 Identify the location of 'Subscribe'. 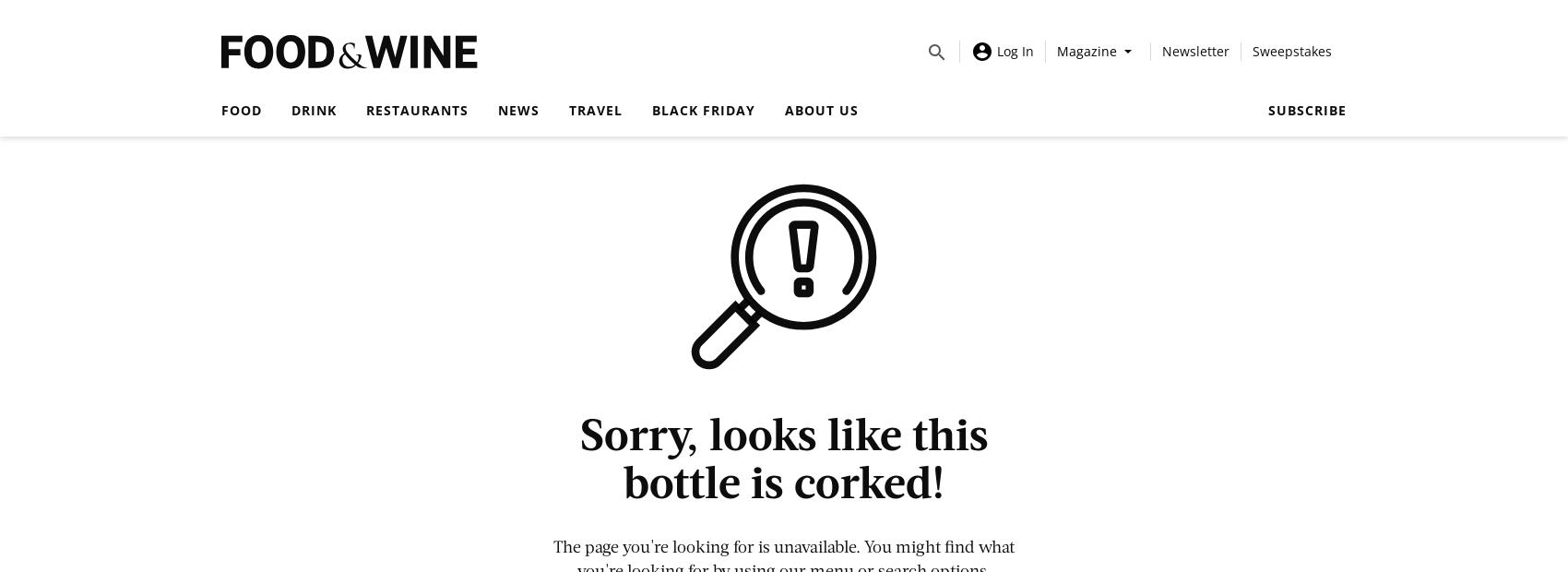
(1306, 110).